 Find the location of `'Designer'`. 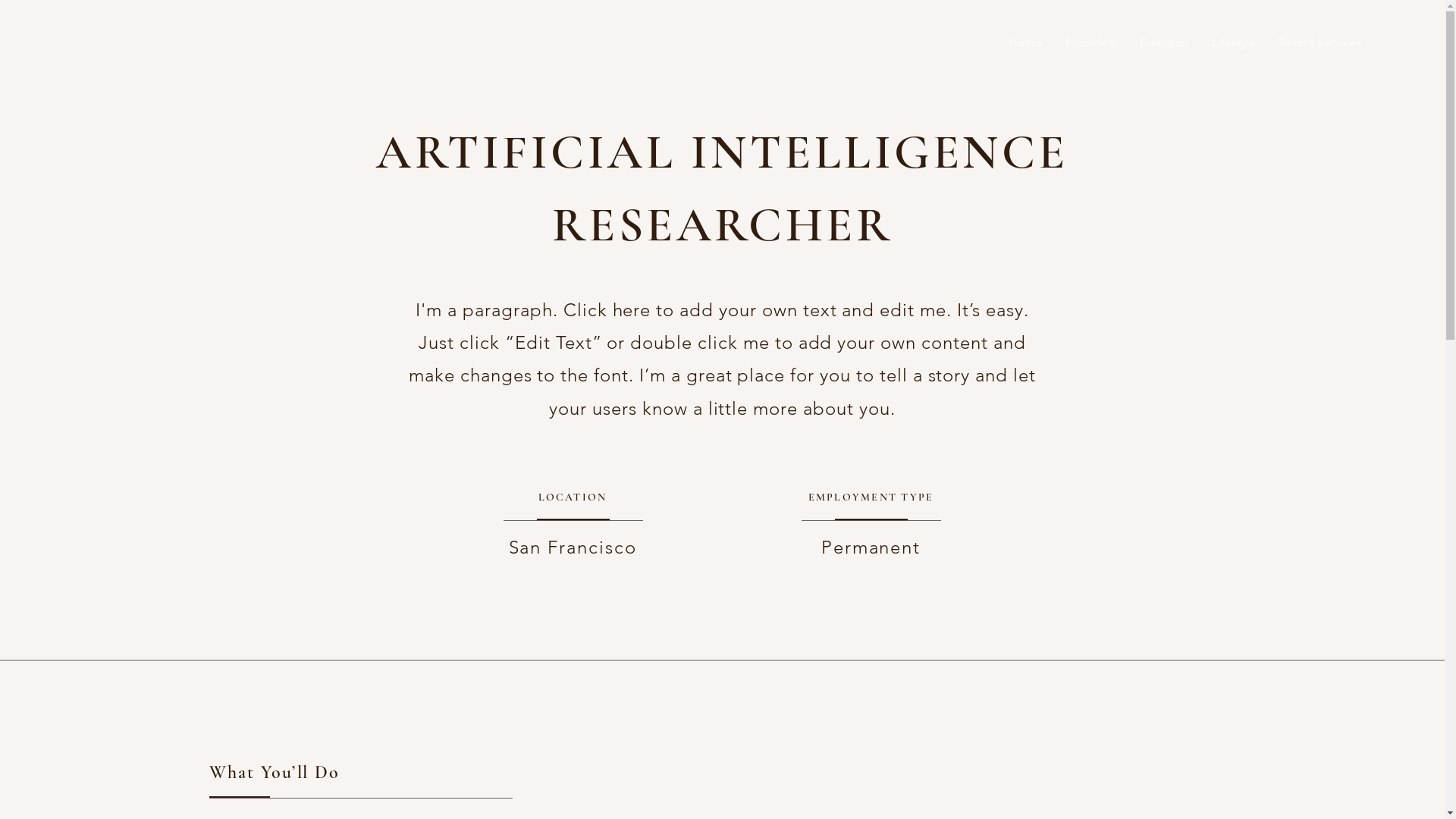

'Designer' is located at coordinates (1163, 42).